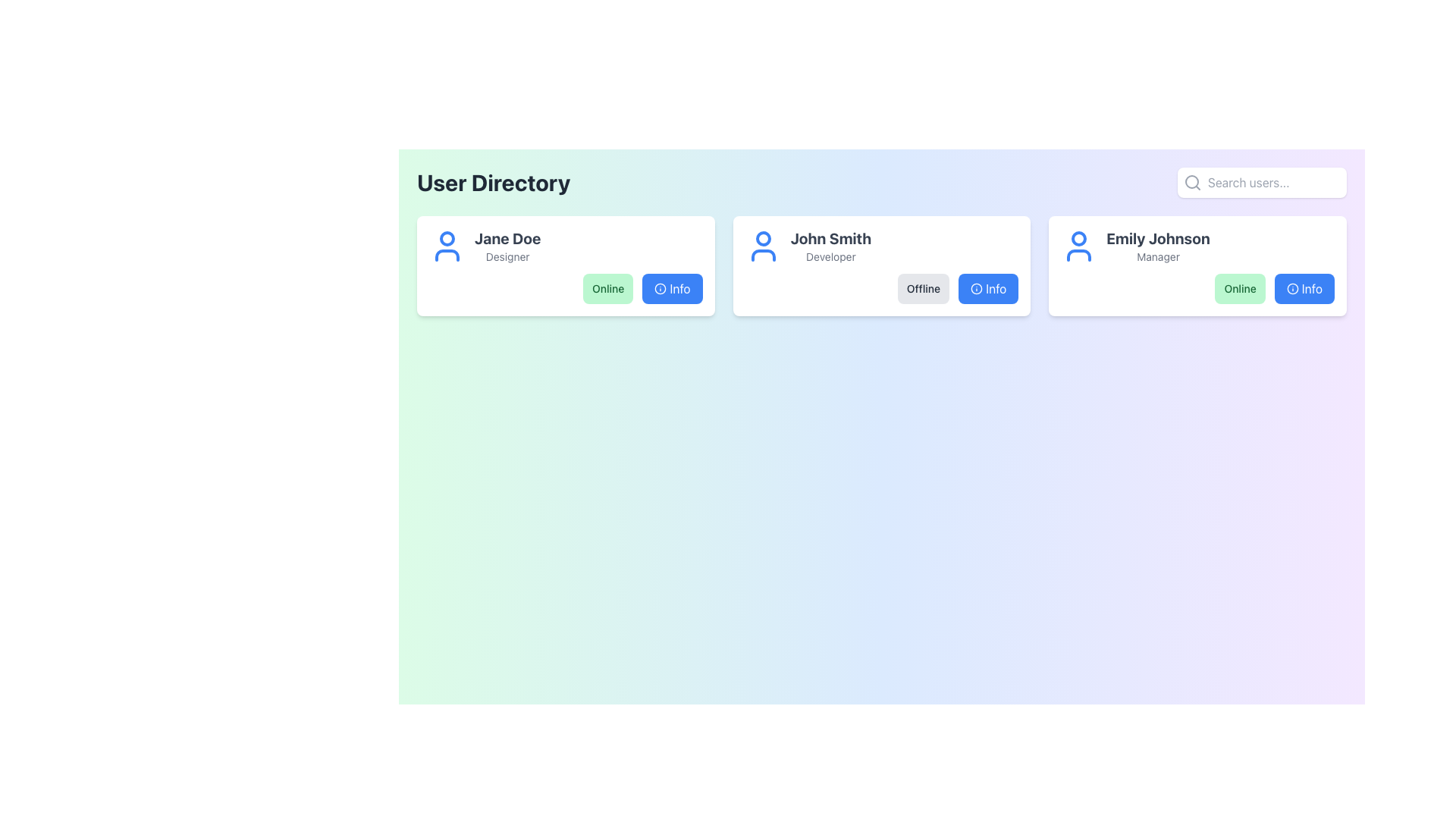 This screenshot has height=819, width=1456. I want to click on the button with embedded icon located to the right of the green 'Online' status indicator, so click(1303, 289).